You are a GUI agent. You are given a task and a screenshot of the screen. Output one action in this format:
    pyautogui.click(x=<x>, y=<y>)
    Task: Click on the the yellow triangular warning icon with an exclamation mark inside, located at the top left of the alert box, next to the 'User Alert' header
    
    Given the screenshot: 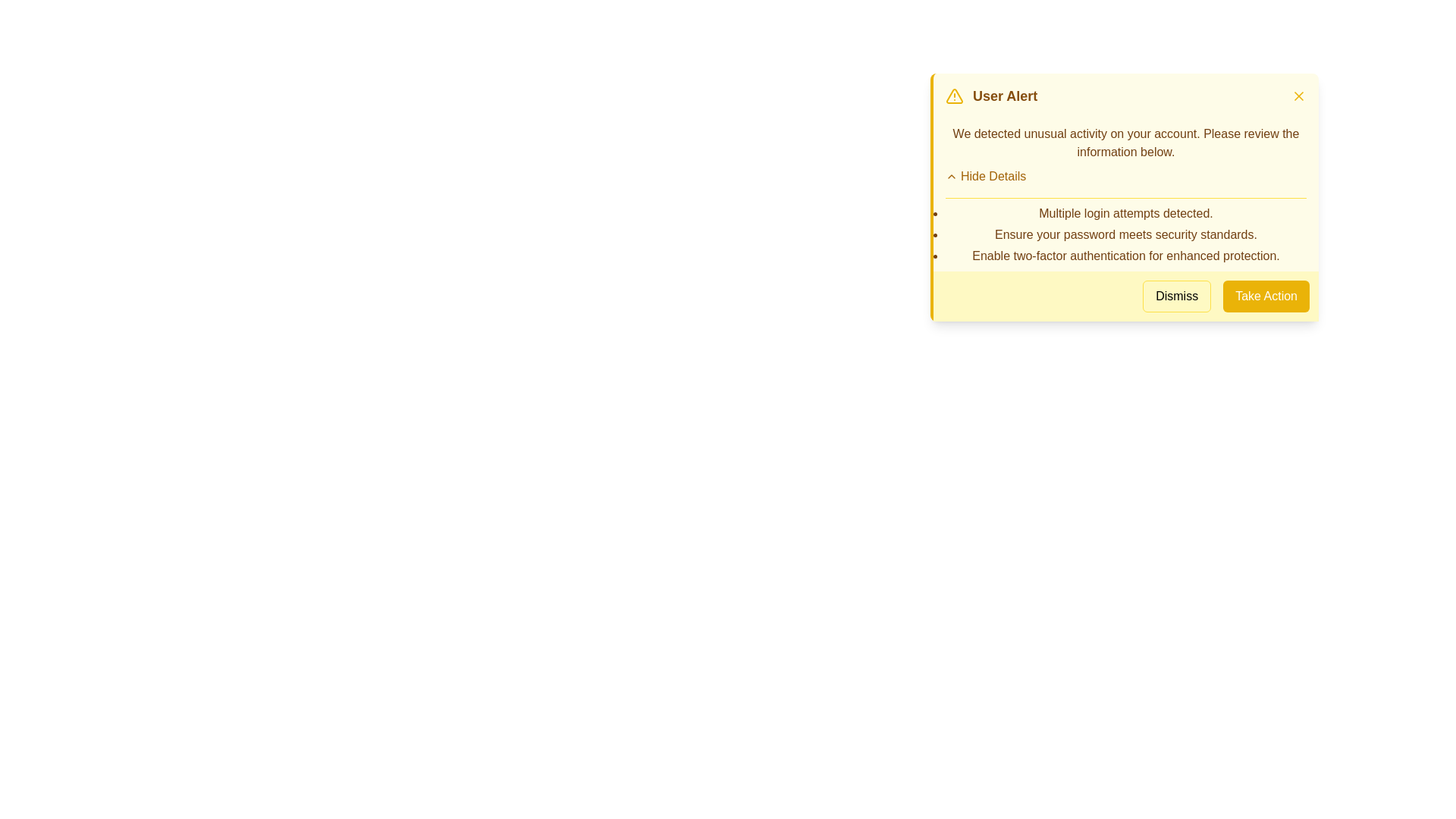 What is the action you would take?
    pyautogui.click(x=953, y=96)
    